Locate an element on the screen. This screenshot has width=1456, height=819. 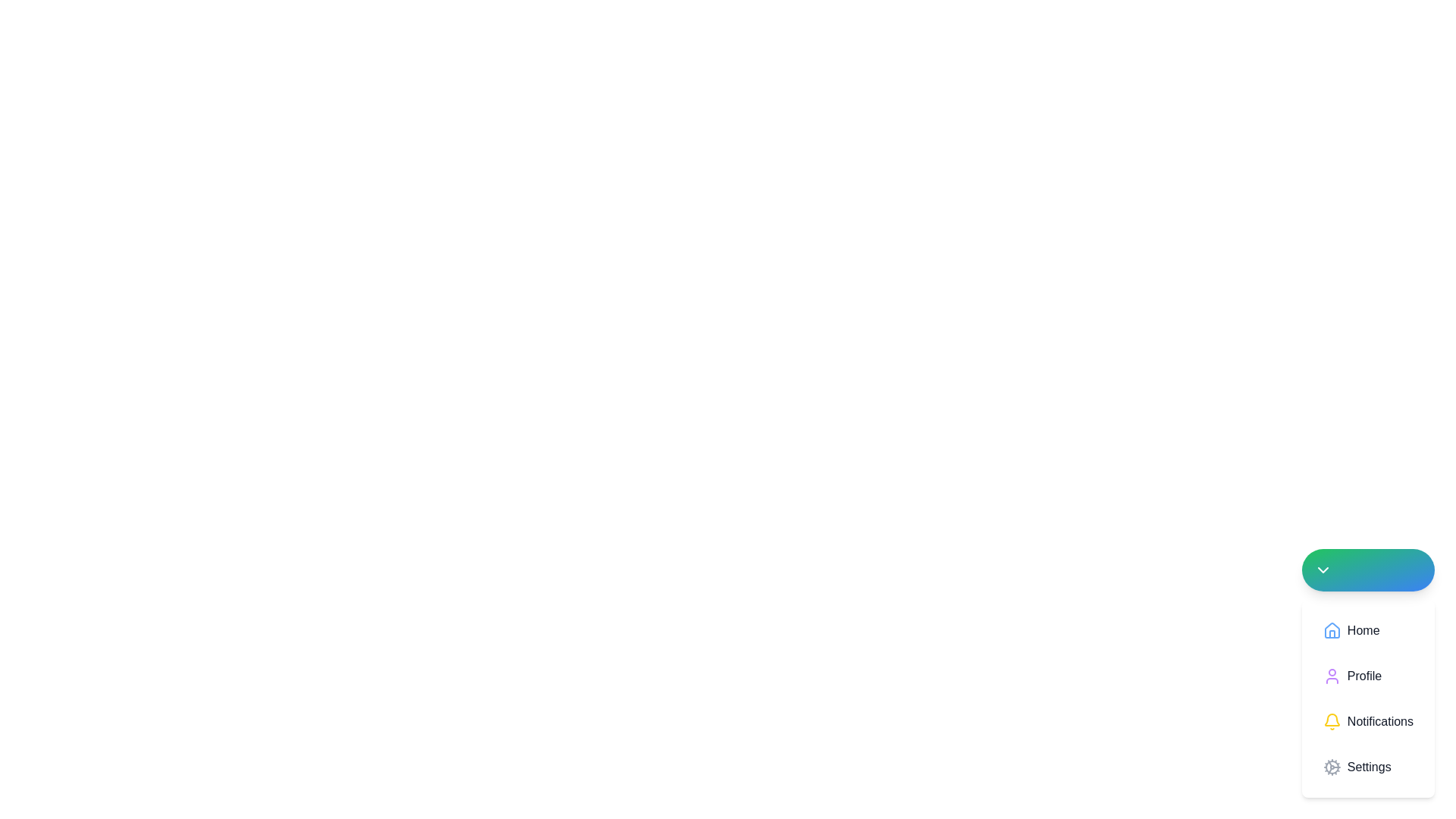
the 'Home' navigation button, which is a rectangular button with a house icon and the text 'Home' is located at coordinates (1368, 631).